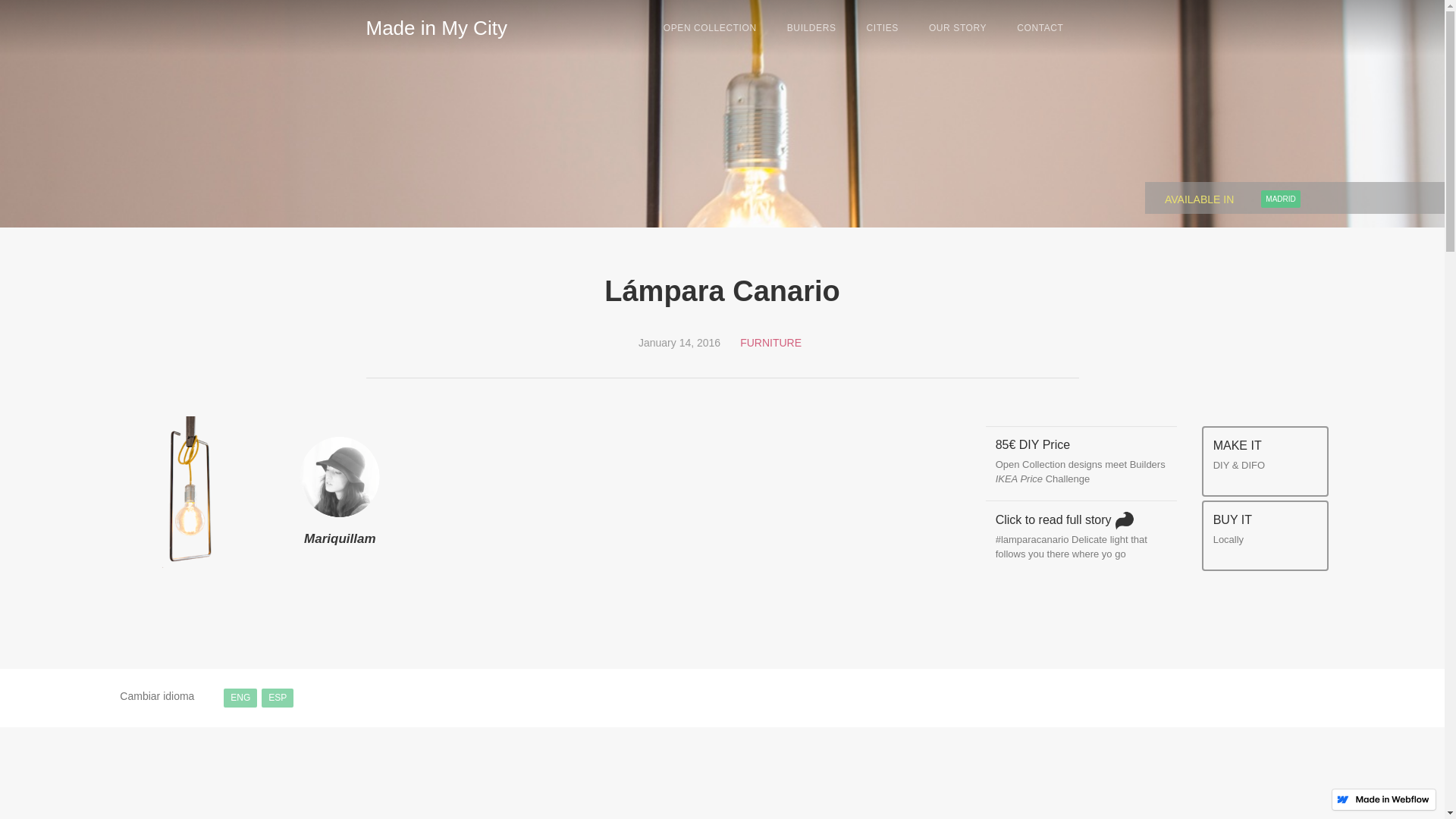 This screenshot has width=1456, height=819. I want to click on 'OPEN COLLECTION', so click(709, 28).